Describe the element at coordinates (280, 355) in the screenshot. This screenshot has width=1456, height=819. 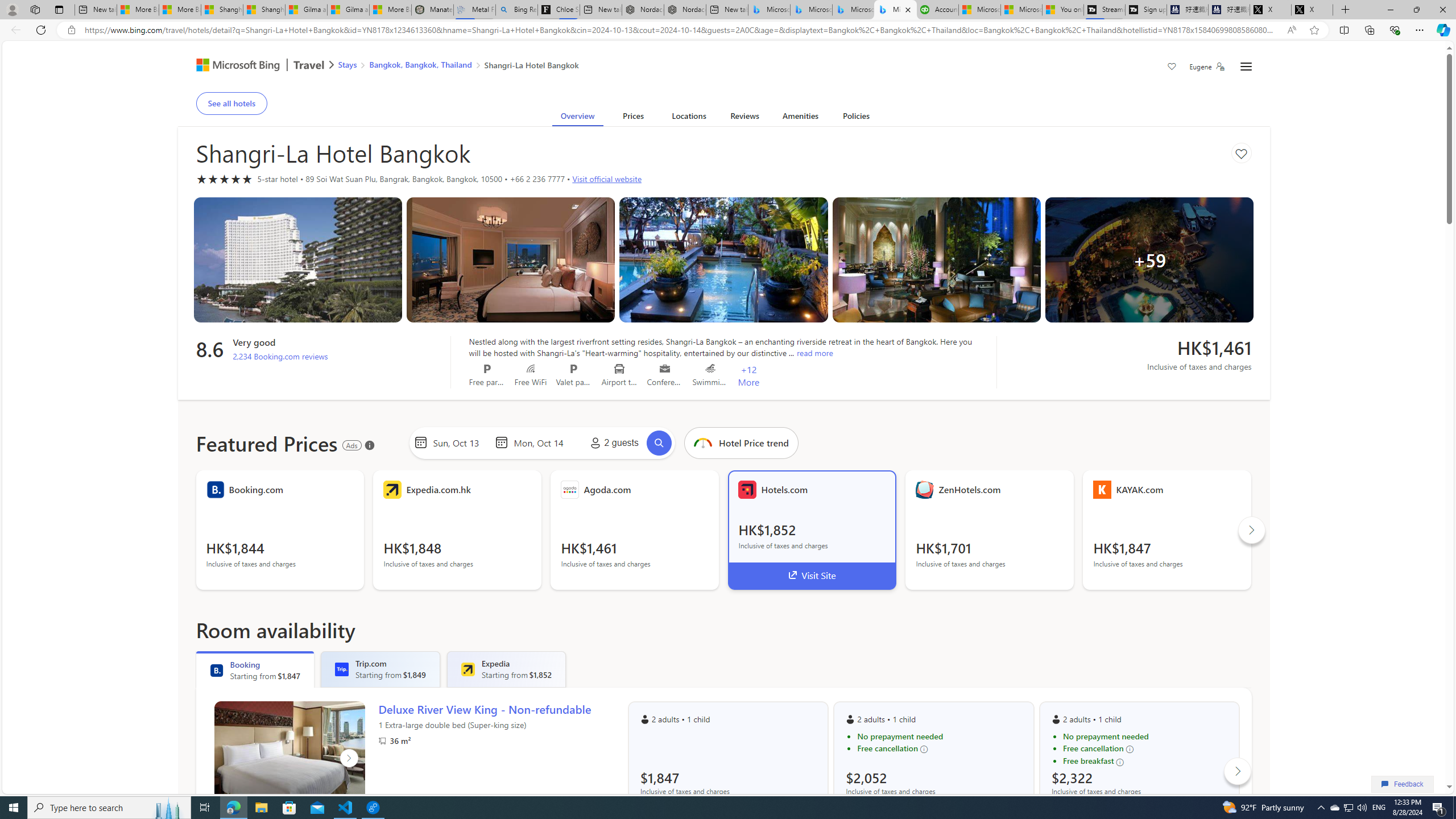
I see `'2,234 Booking.com reviews'` at that location.